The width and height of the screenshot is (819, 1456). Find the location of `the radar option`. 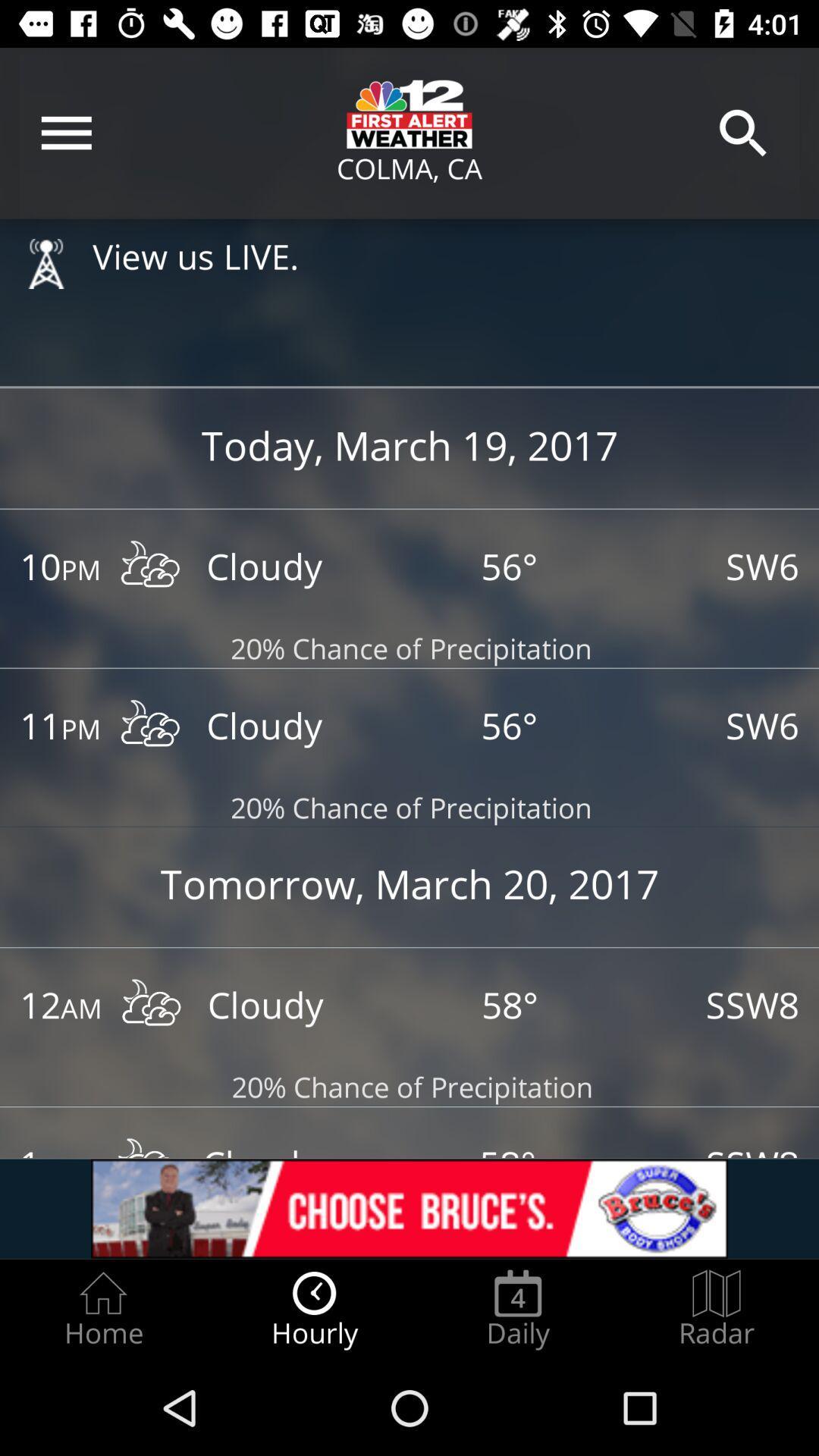

the radar option is located at coordinates (717, 1309).